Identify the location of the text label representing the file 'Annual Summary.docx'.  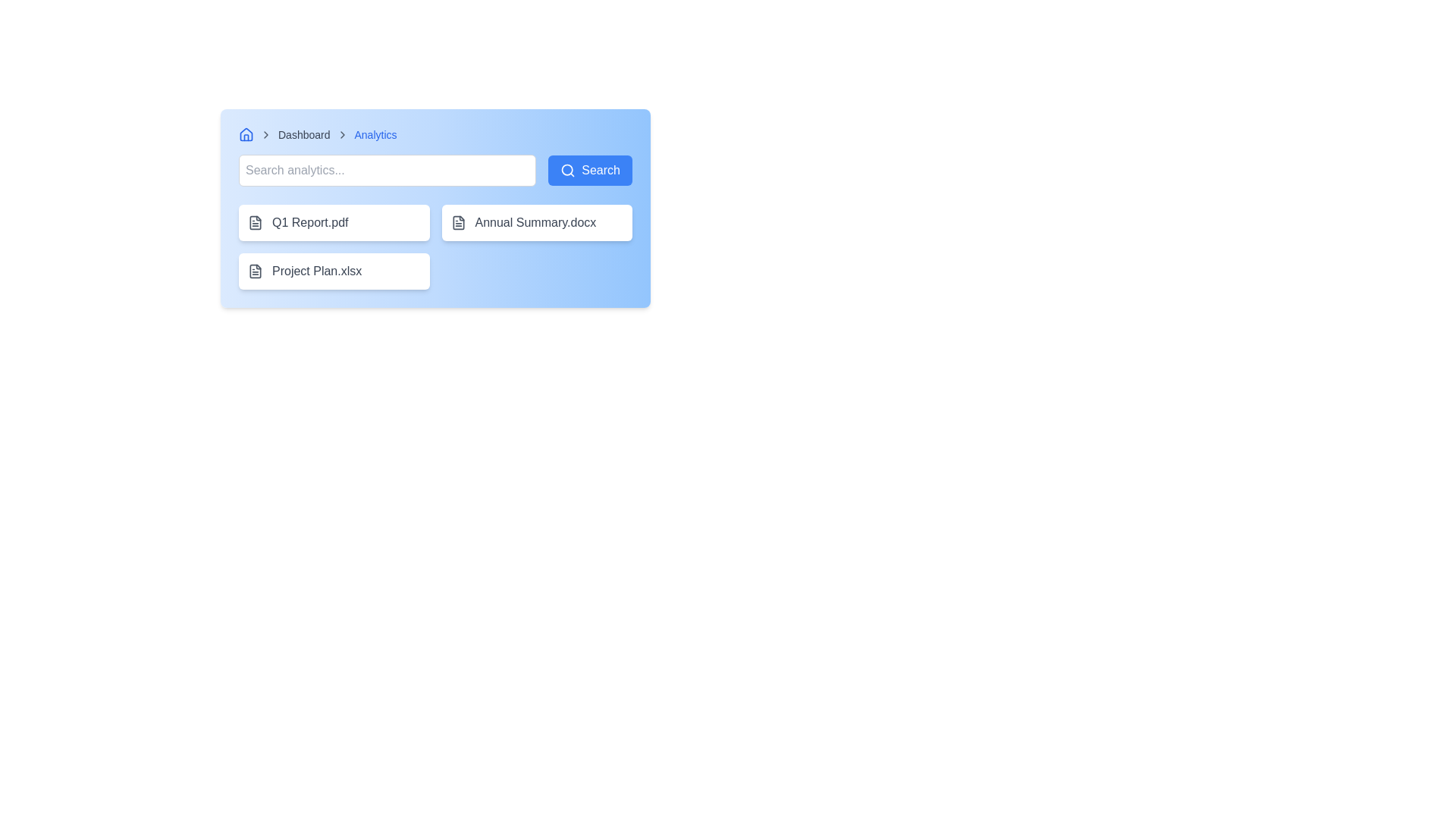
(535, 222).